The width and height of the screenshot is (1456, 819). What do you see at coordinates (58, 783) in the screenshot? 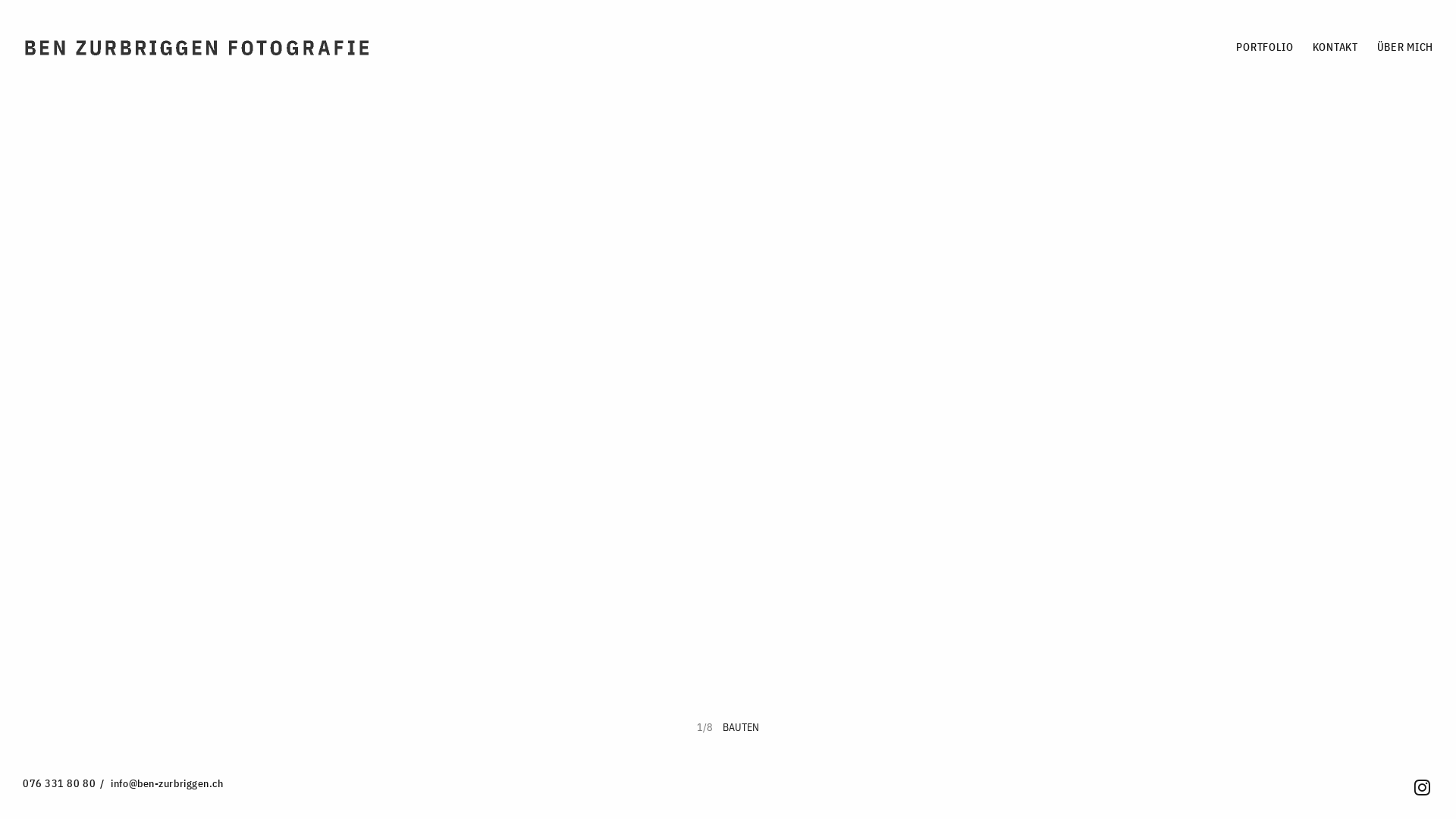
I see `'076 331 80 80'` at bounding box center [58, 783].